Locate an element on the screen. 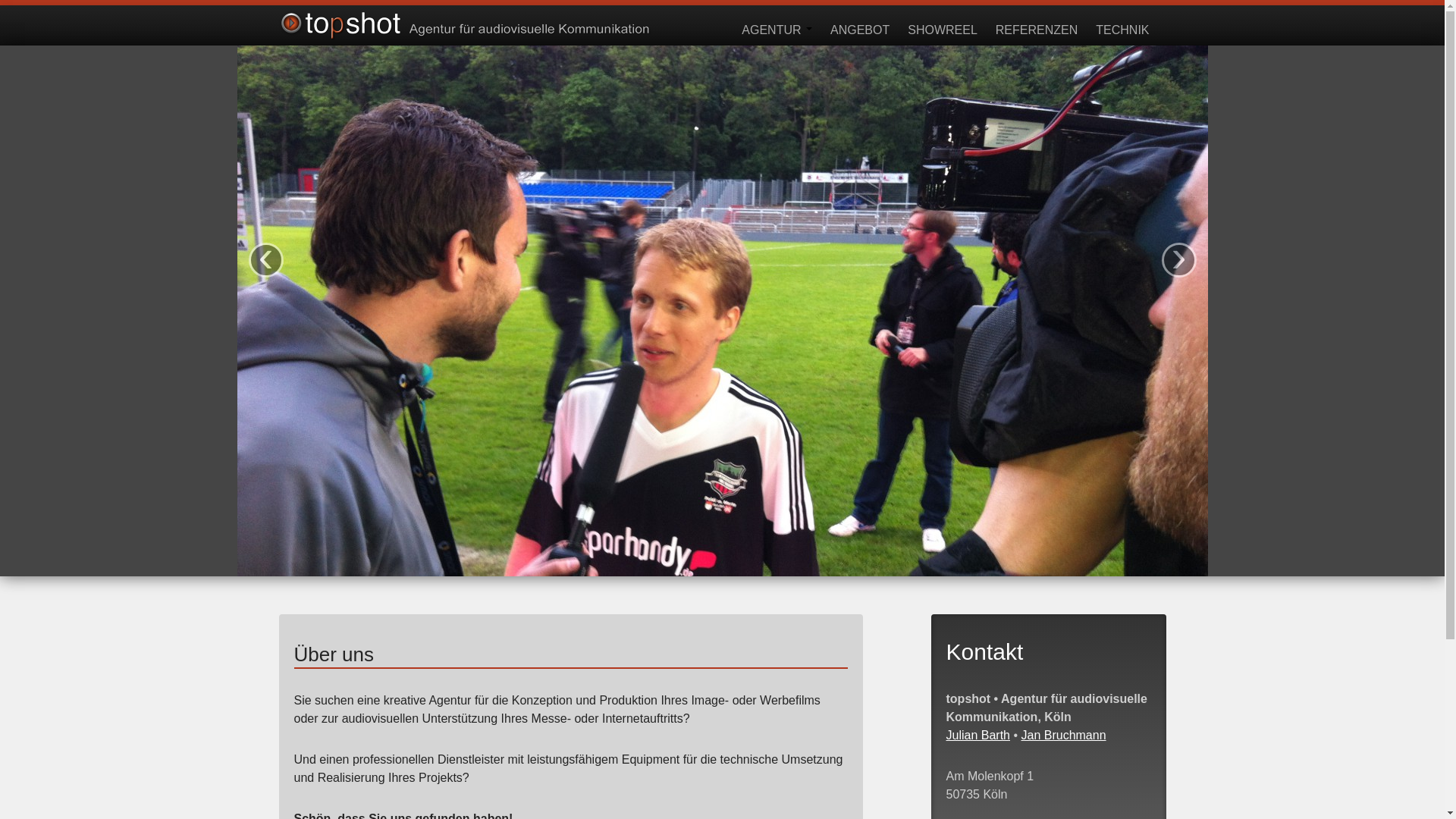  'Jan Bruchmann' is located at coordinates (1062, 734).